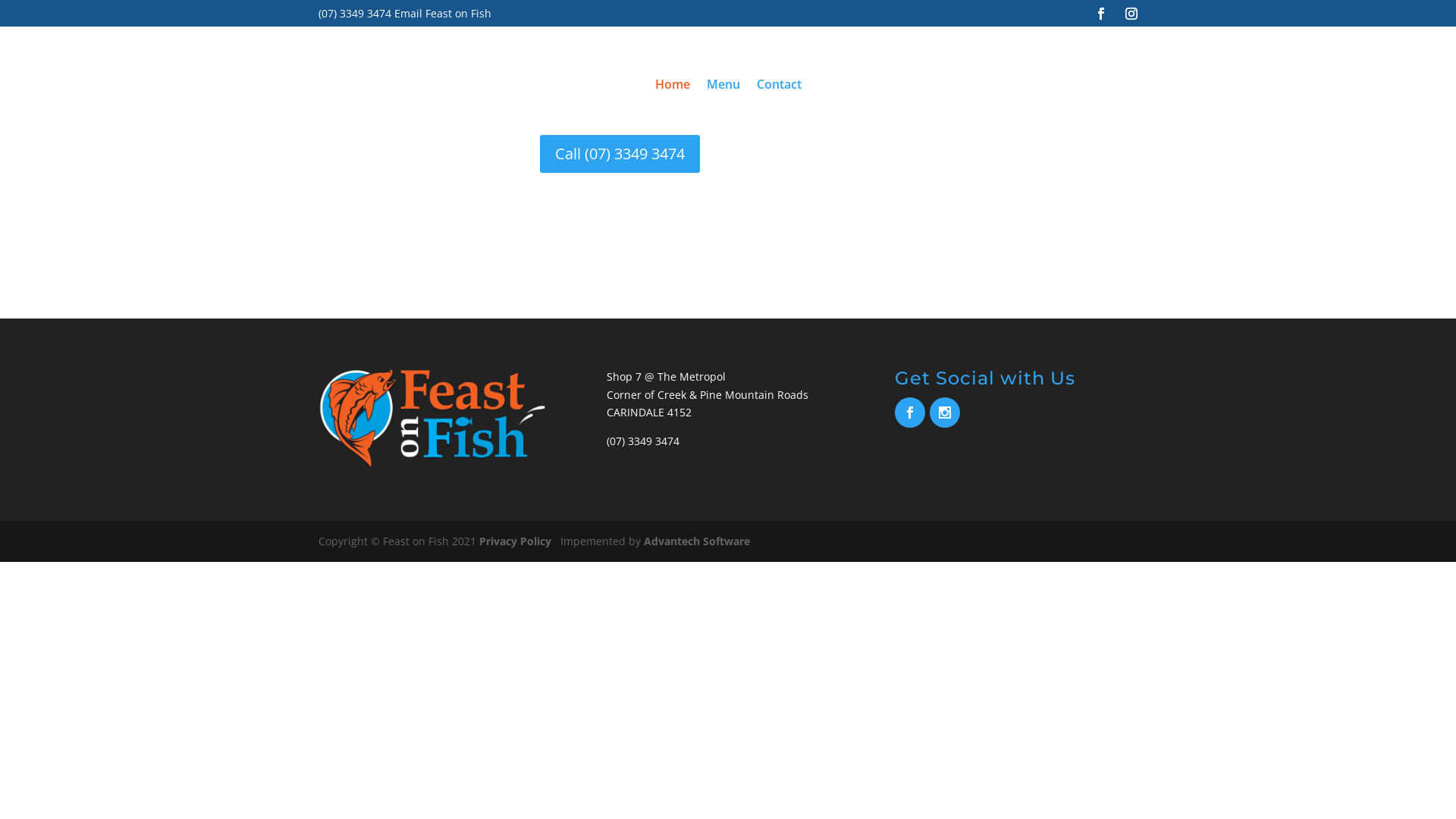  I want to click on '(07) 3349 3474', so click(318, 13).